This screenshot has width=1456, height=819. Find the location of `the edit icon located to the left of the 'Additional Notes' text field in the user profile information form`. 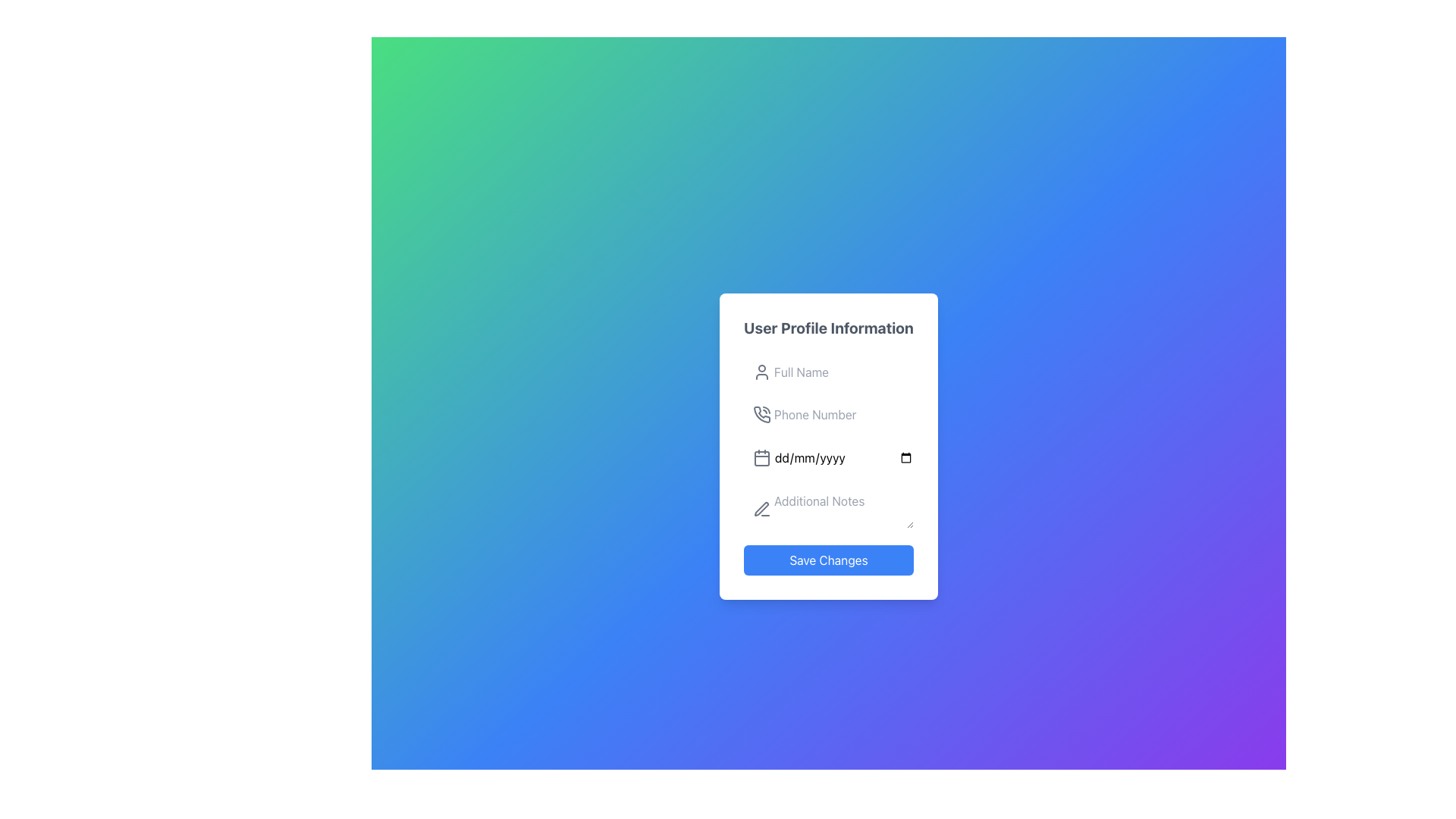

the edit icon located to the left of the 'Additional Notes' text field in the user profile information form is located at coordinates (761, 509).